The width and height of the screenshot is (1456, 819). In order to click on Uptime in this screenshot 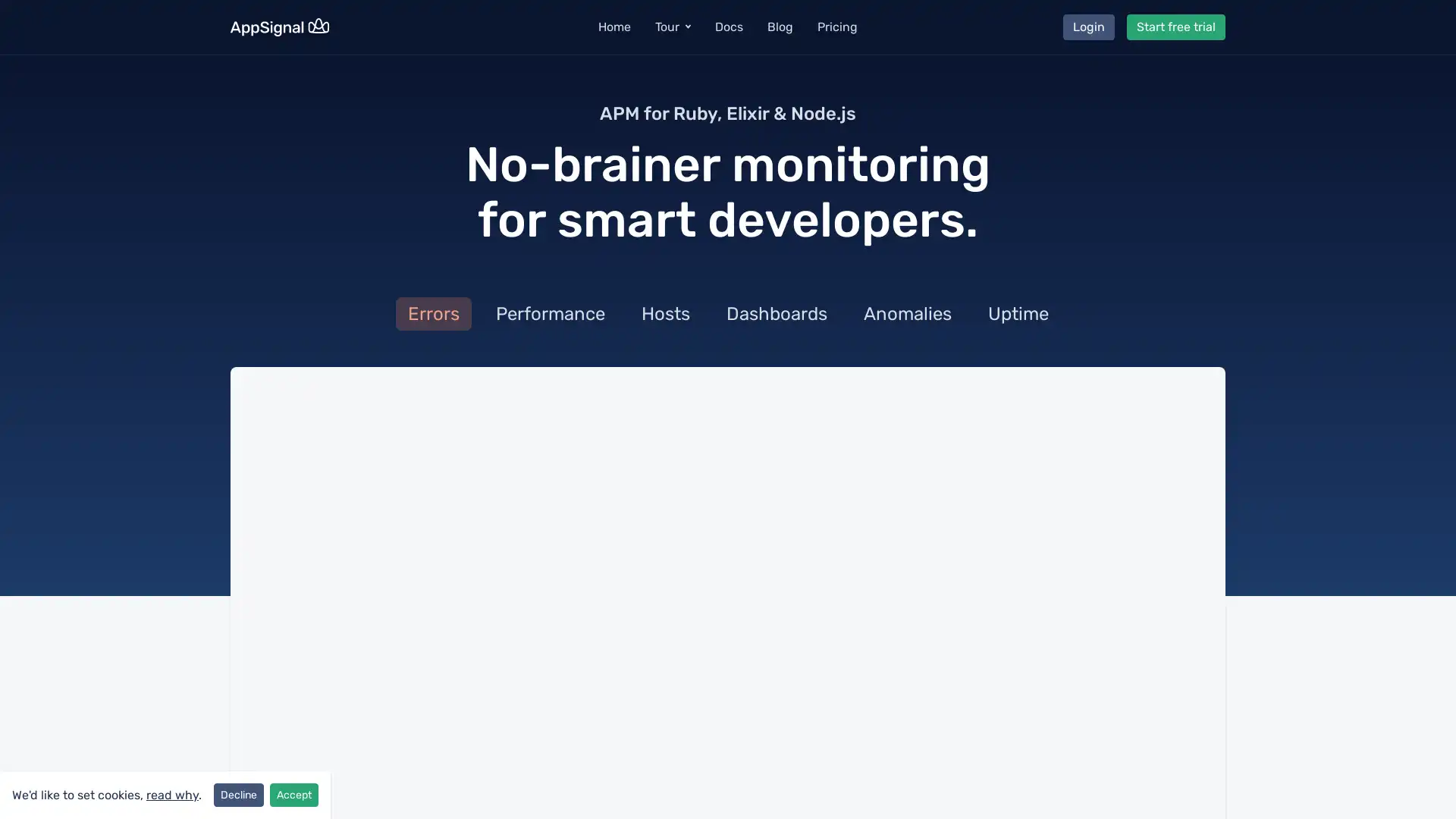, I will do `click(1018, 312)`.